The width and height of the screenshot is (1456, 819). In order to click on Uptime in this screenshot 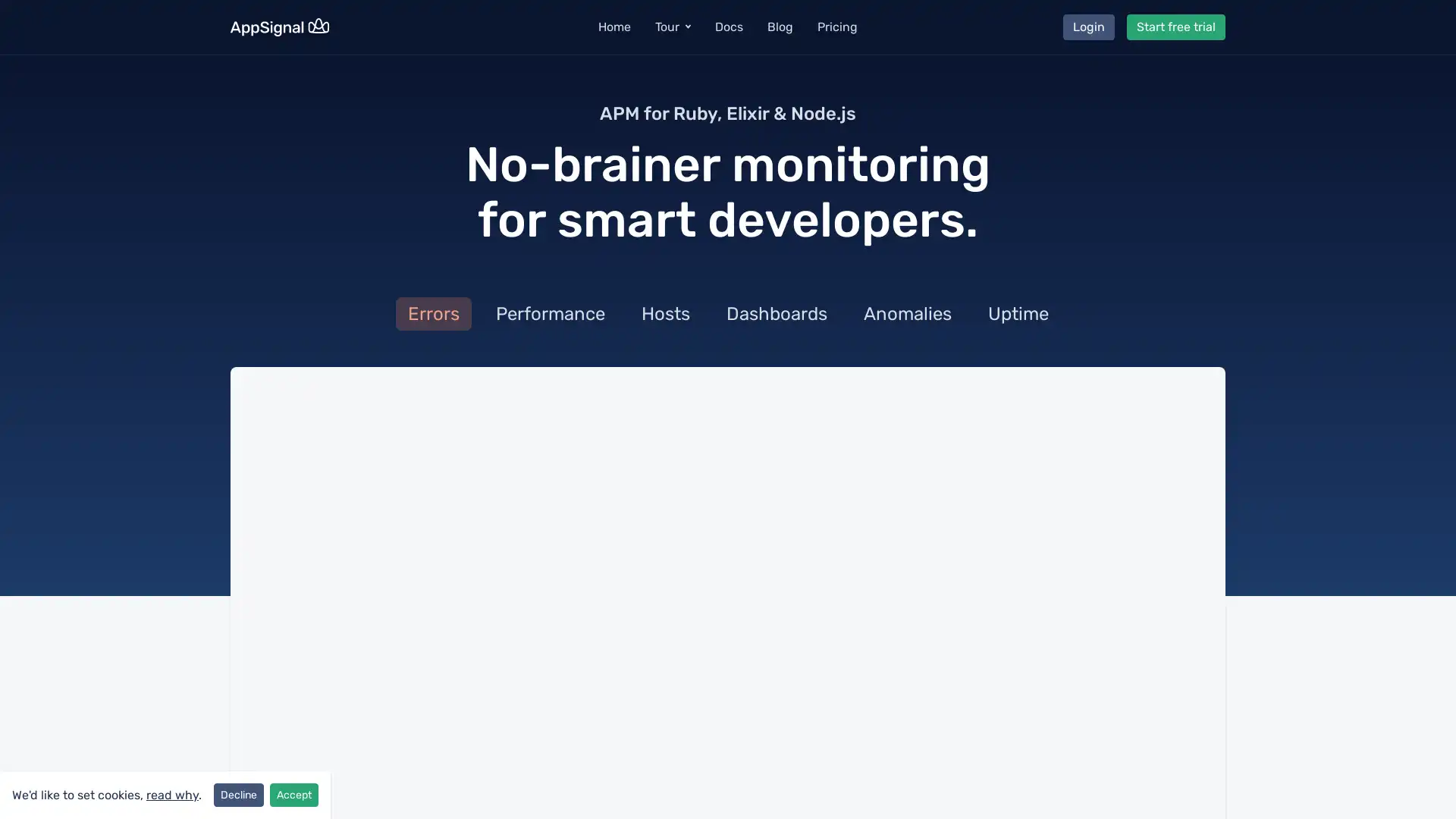, I will do `click(1018, 312)`.